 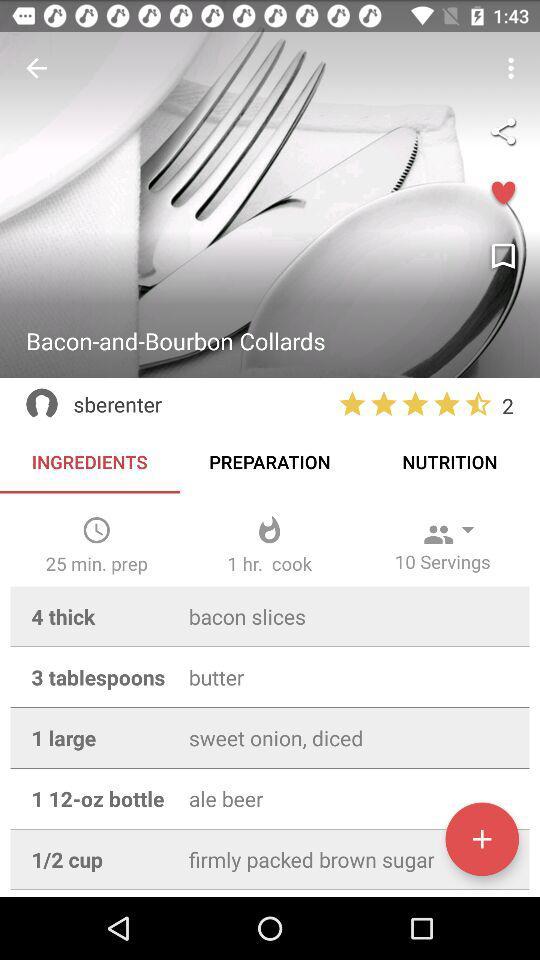 I want to click on go back, so click(x=36, y=68).